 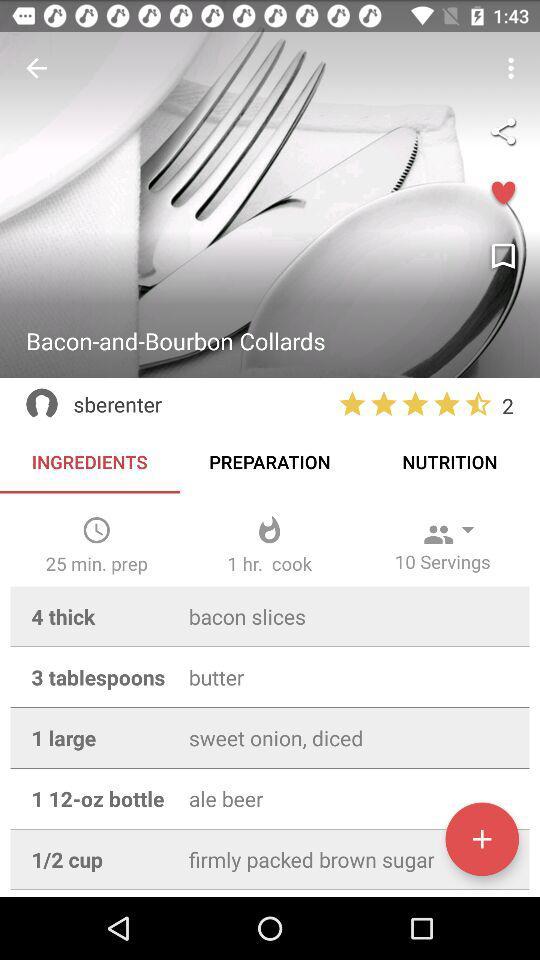 I want to click on go back, so click(x=36, y=68).